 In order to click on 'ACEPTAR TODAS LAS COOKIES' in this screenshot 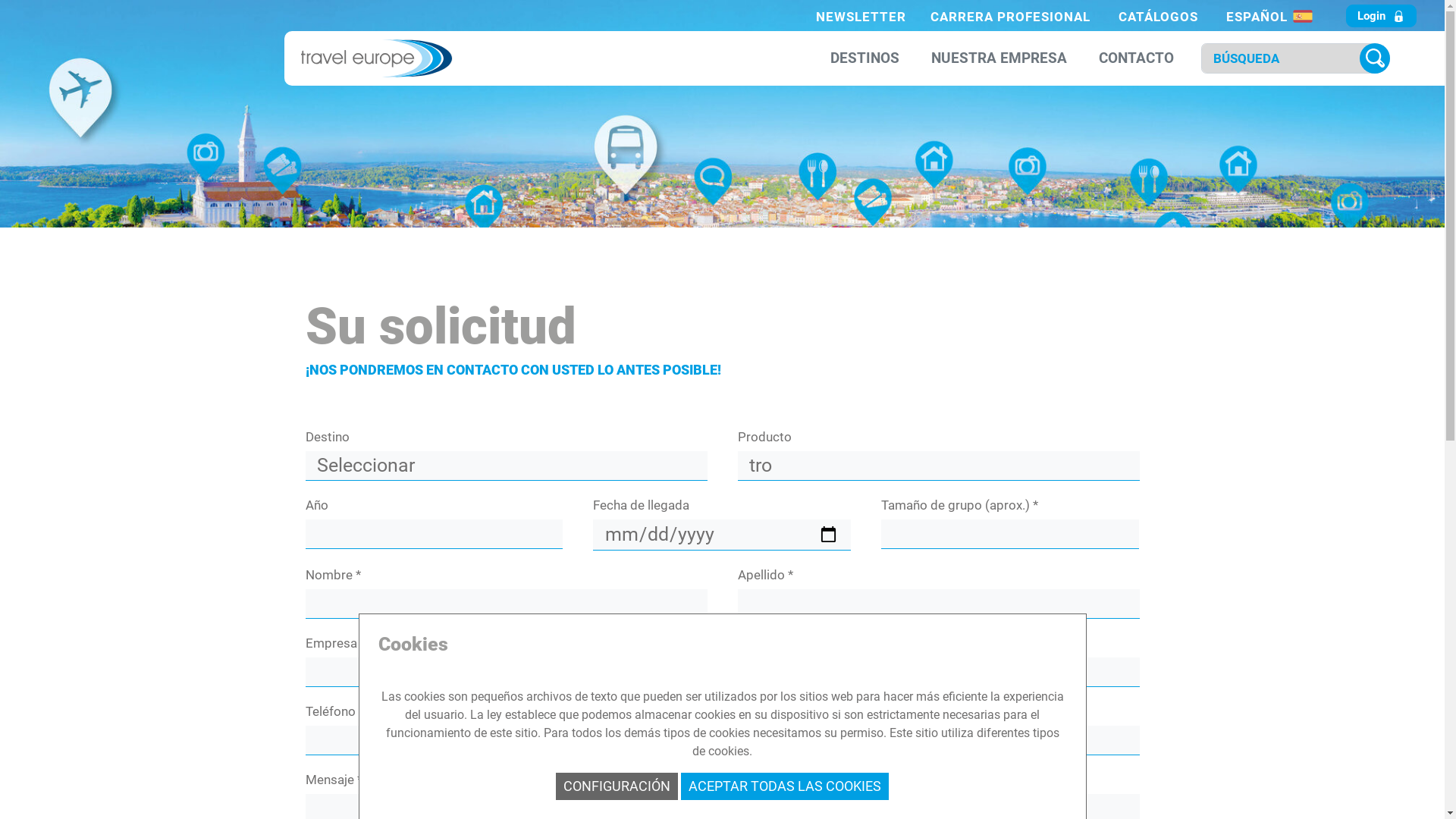, I will do `click(679, 786)`.